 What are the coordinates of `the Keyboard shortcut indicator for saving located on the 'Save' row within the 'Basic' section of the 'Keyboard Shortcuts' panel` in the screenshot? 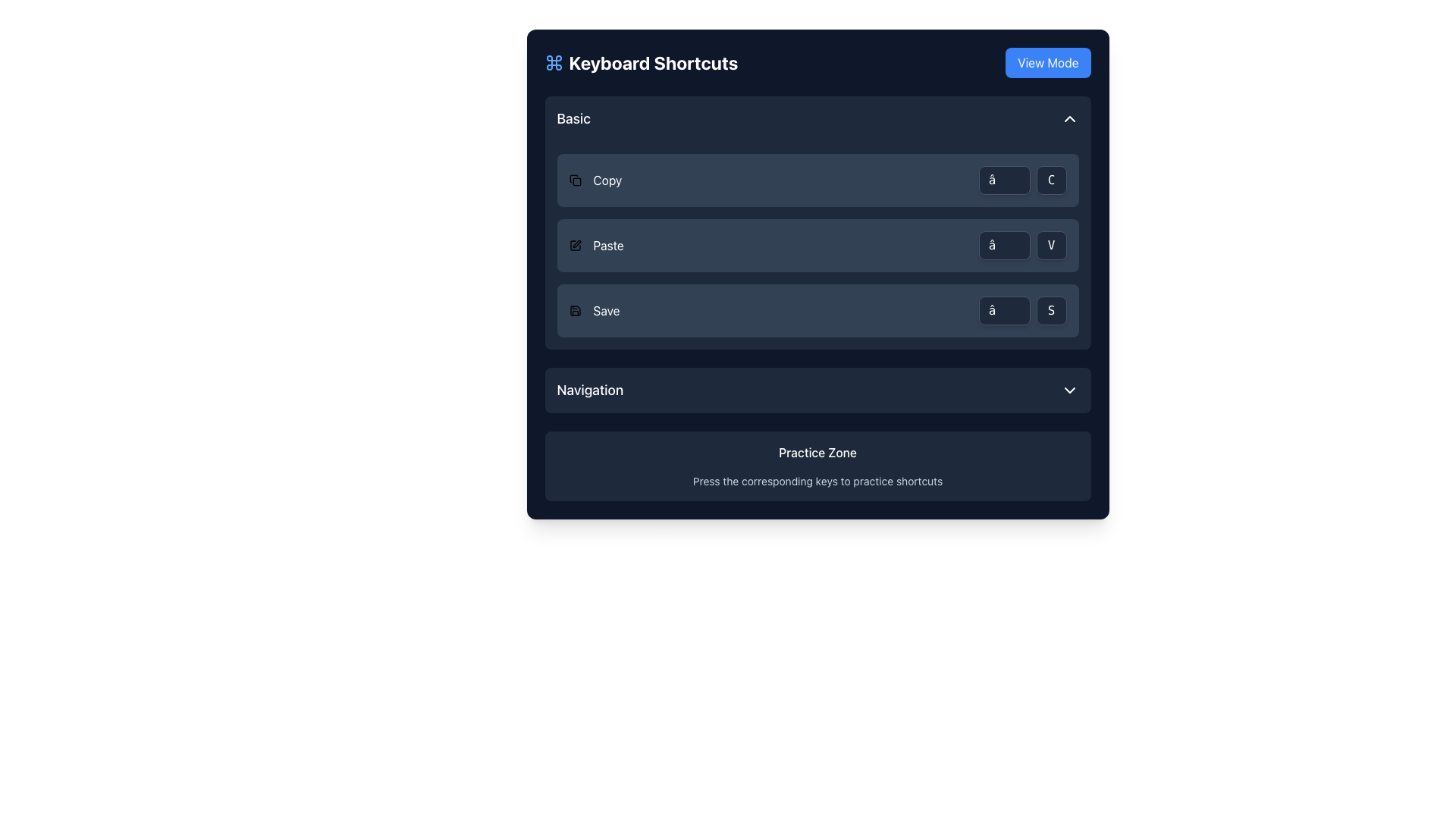 It's located at (1022, 309).